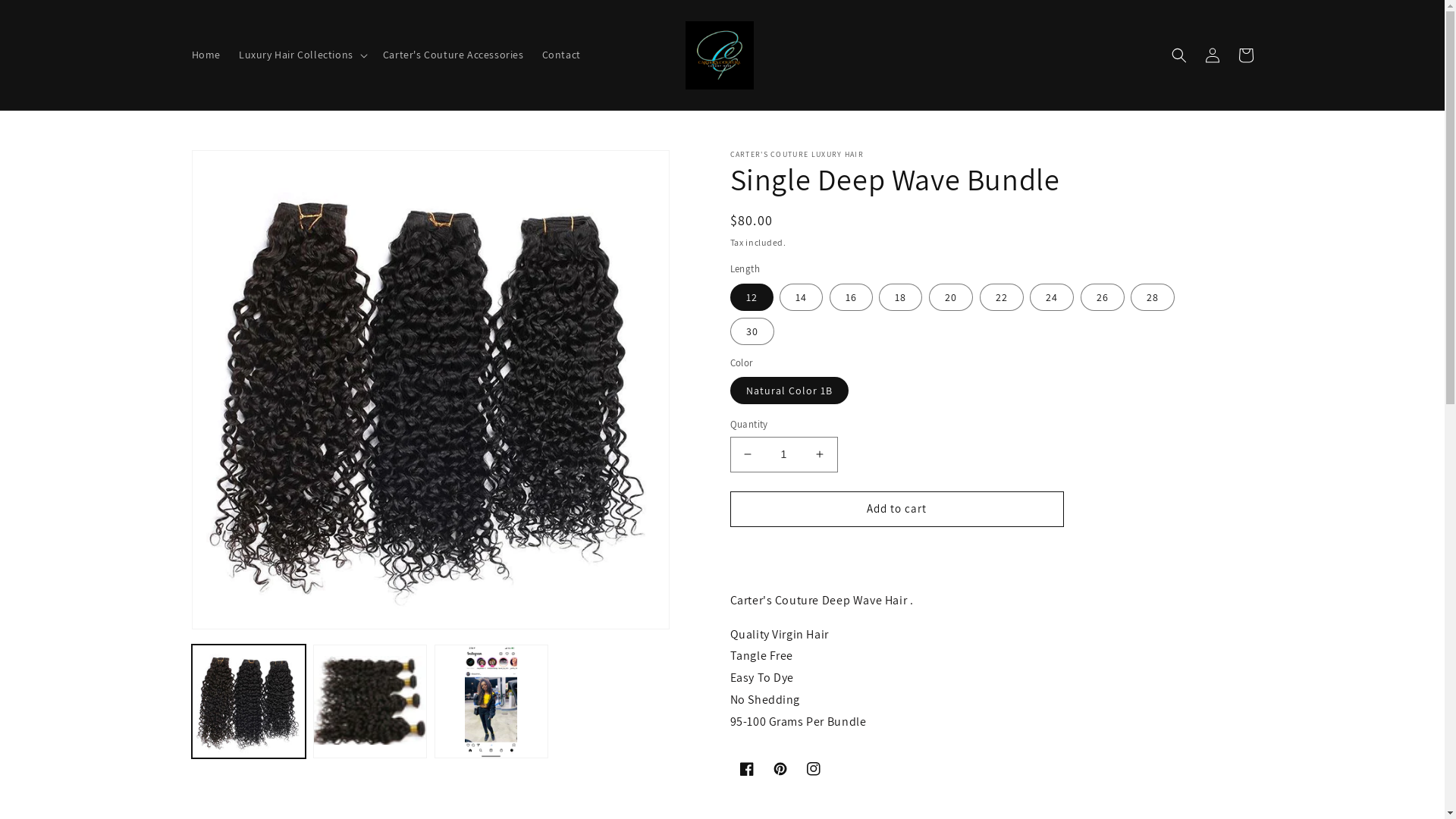 Image resolution: width=1456 pixels, height=819 pixels. I want to click on 'Instagram', so click(811, 769).